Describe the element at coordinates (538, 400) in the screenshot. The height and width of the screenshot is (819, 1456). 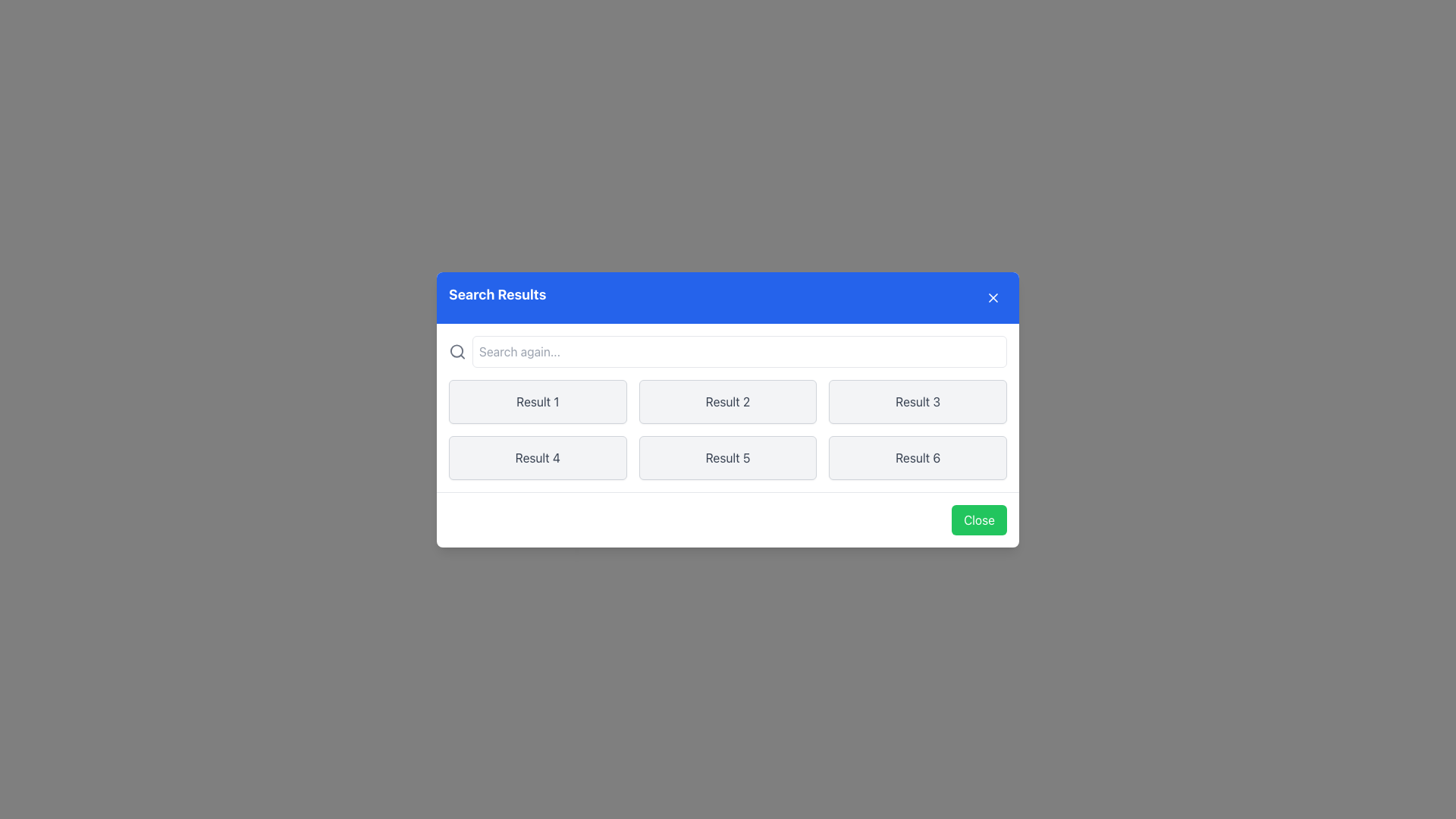
I see `the button labeled 'Result 1' that houses the Text label, which is located in the top-left quadrant of a 2x3 grid layout in a pop-up modal` at that location.